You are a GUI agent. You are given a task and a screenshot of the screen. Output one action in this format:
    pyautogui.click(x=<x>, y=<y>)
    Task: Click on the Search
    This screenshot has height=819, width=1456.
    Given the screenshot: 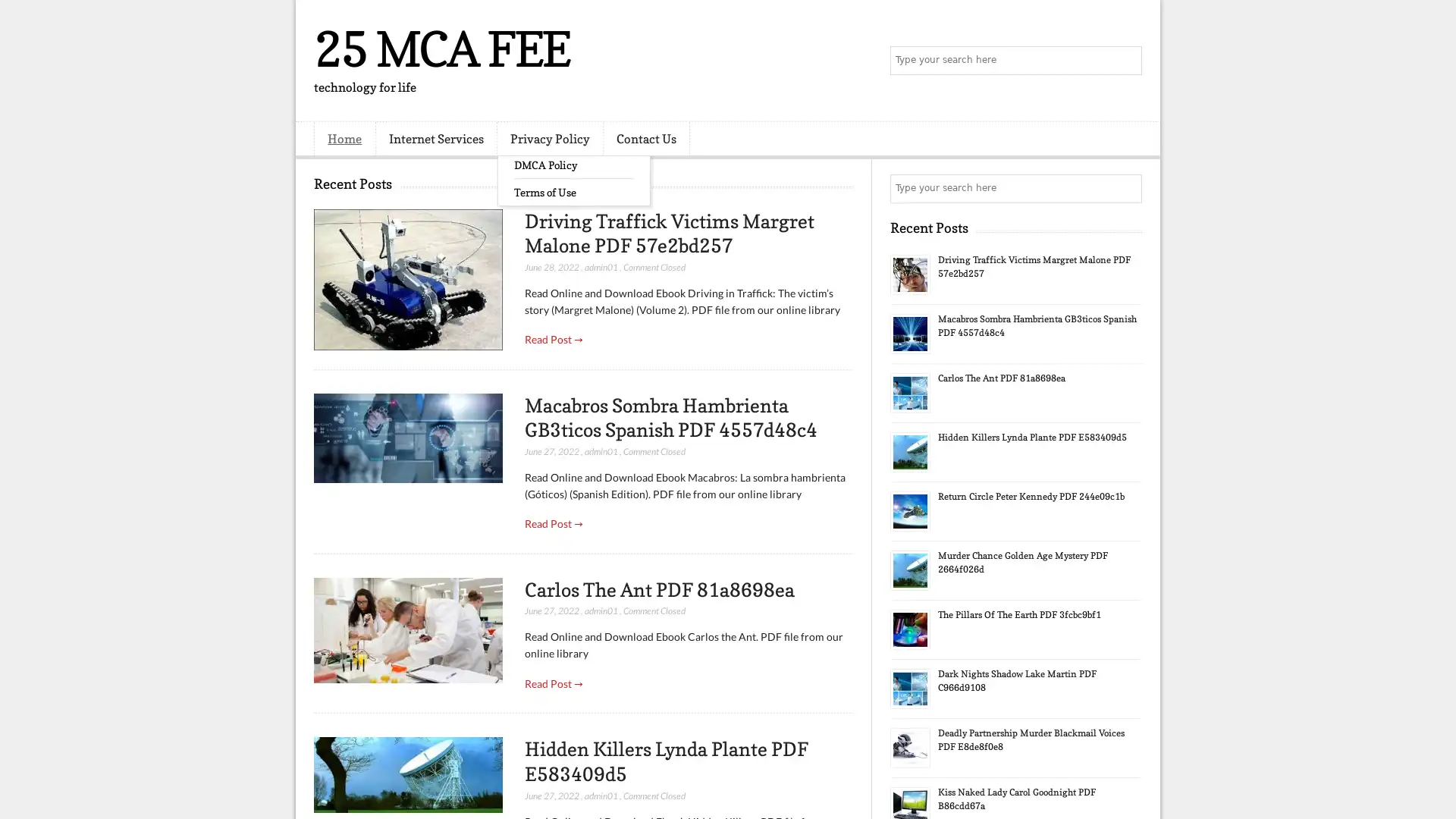 What is the action you would take?
    pyautogui.click(x=1126, y=188)
    